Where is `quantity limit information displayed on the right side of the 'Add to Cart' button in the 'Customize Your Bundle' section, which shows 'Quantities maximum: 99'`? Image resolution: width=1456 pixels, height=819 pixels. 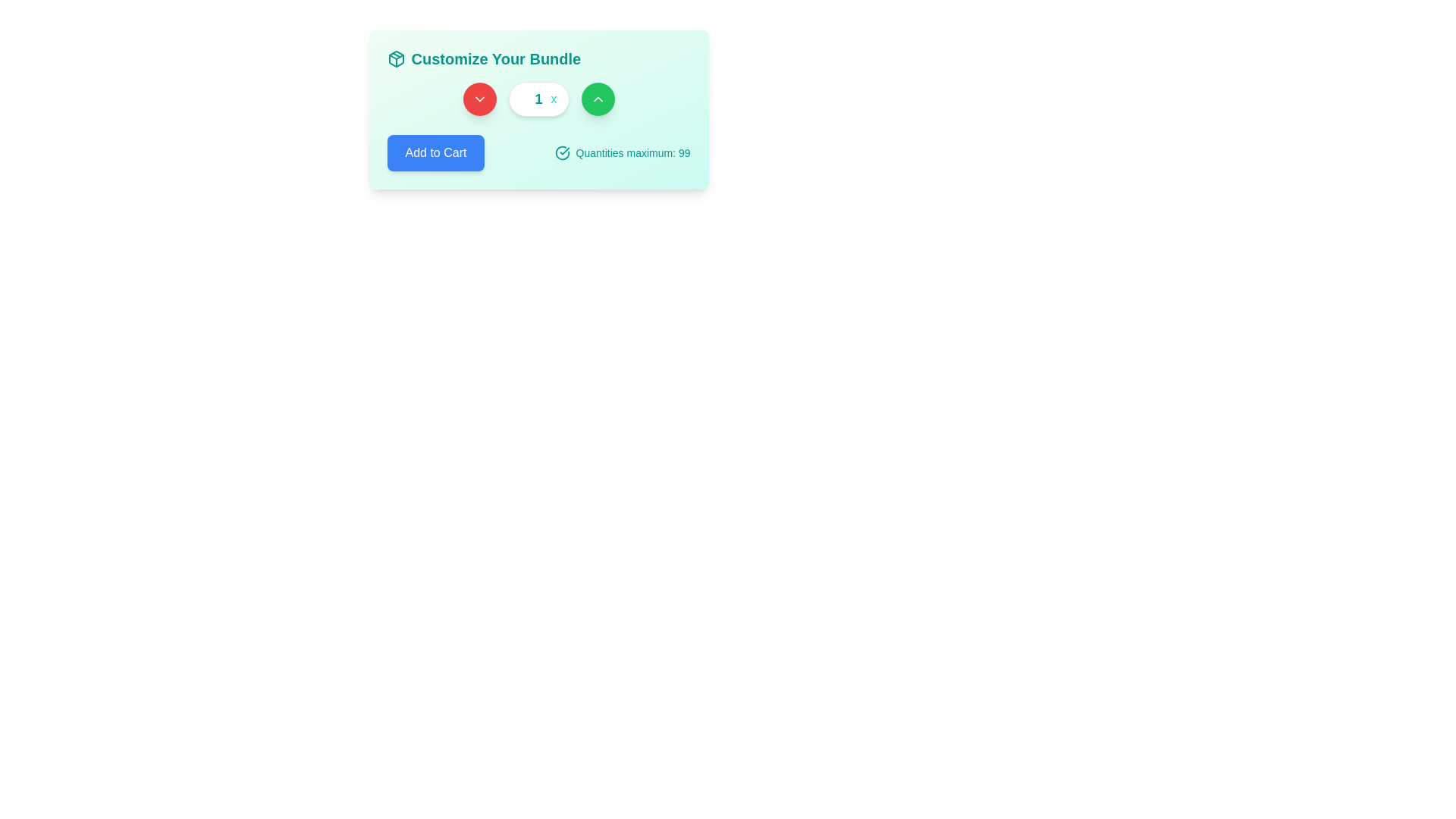 quantity limit information displayed on the right side of the 'Add to Cart' button in the 'Customize Your Bundle' section, which shows 'Quantities maximum: 99' is located at coordinates (538, 152).